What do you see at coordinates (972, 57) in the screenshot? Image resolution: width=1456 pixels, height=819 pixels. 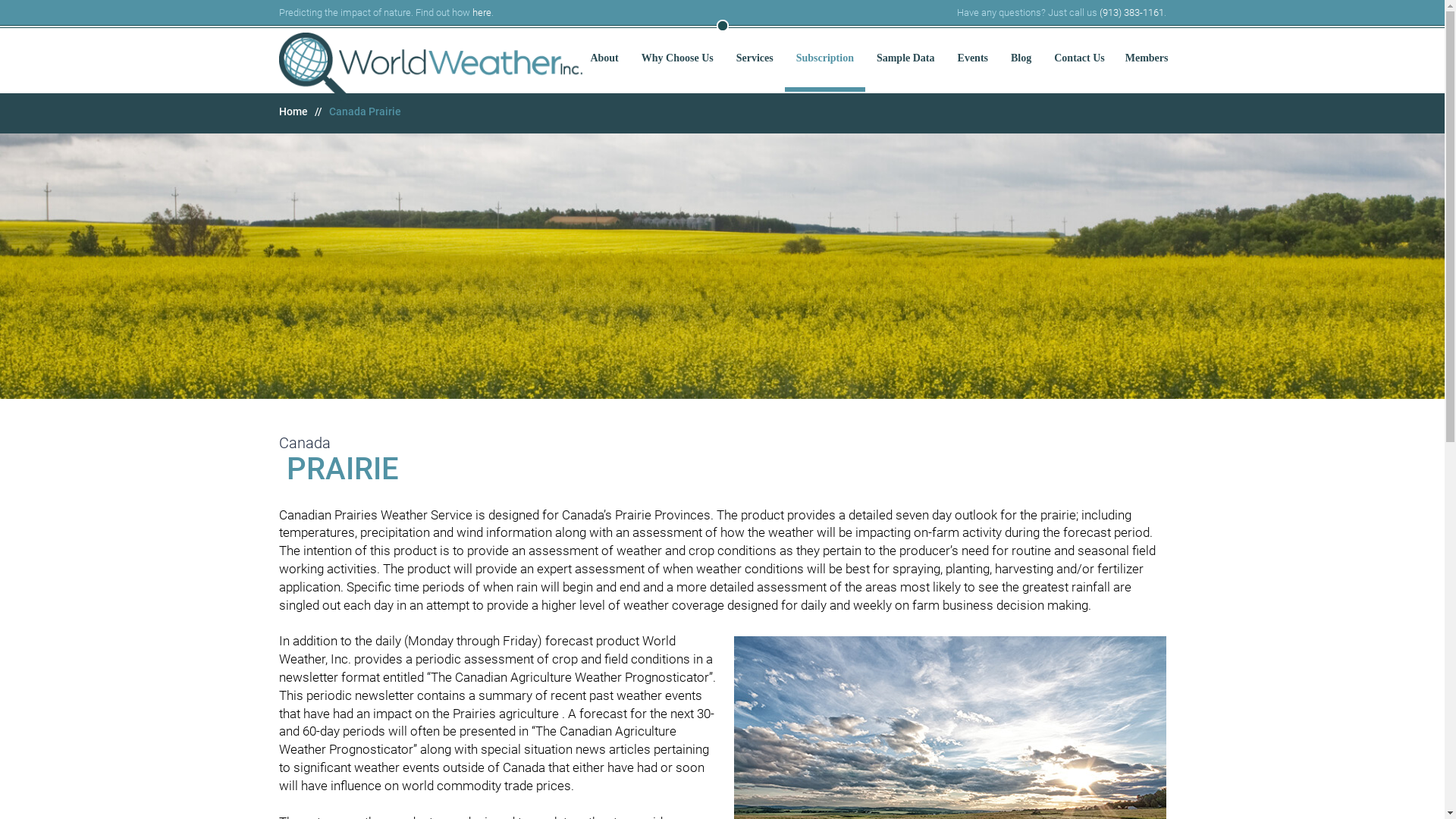 I see `'Events'` at bounding box center [972, 57].